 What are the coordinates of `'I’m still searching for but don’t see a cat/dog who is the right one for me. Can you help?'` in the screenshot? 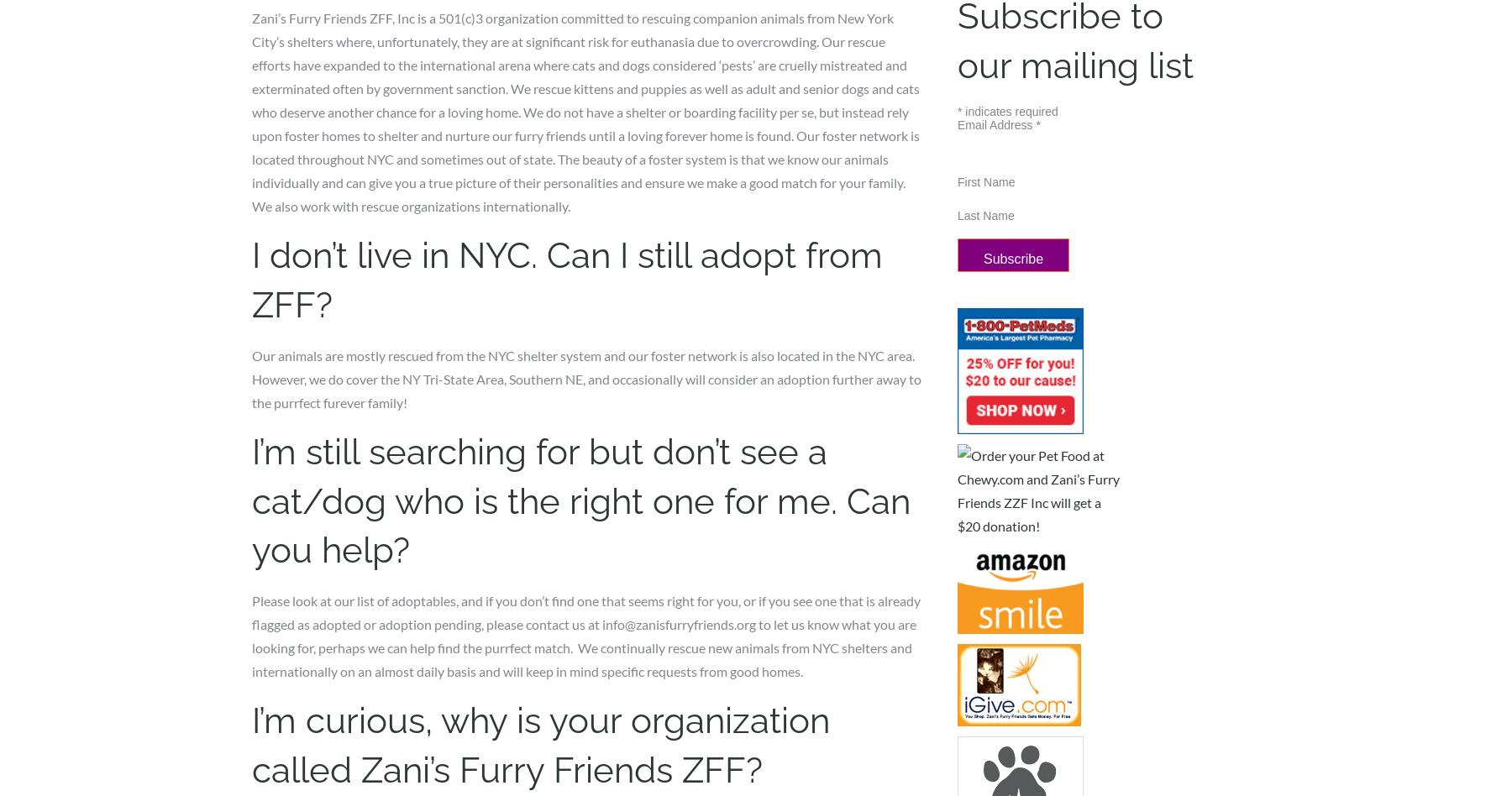 It's located at (580, 500).